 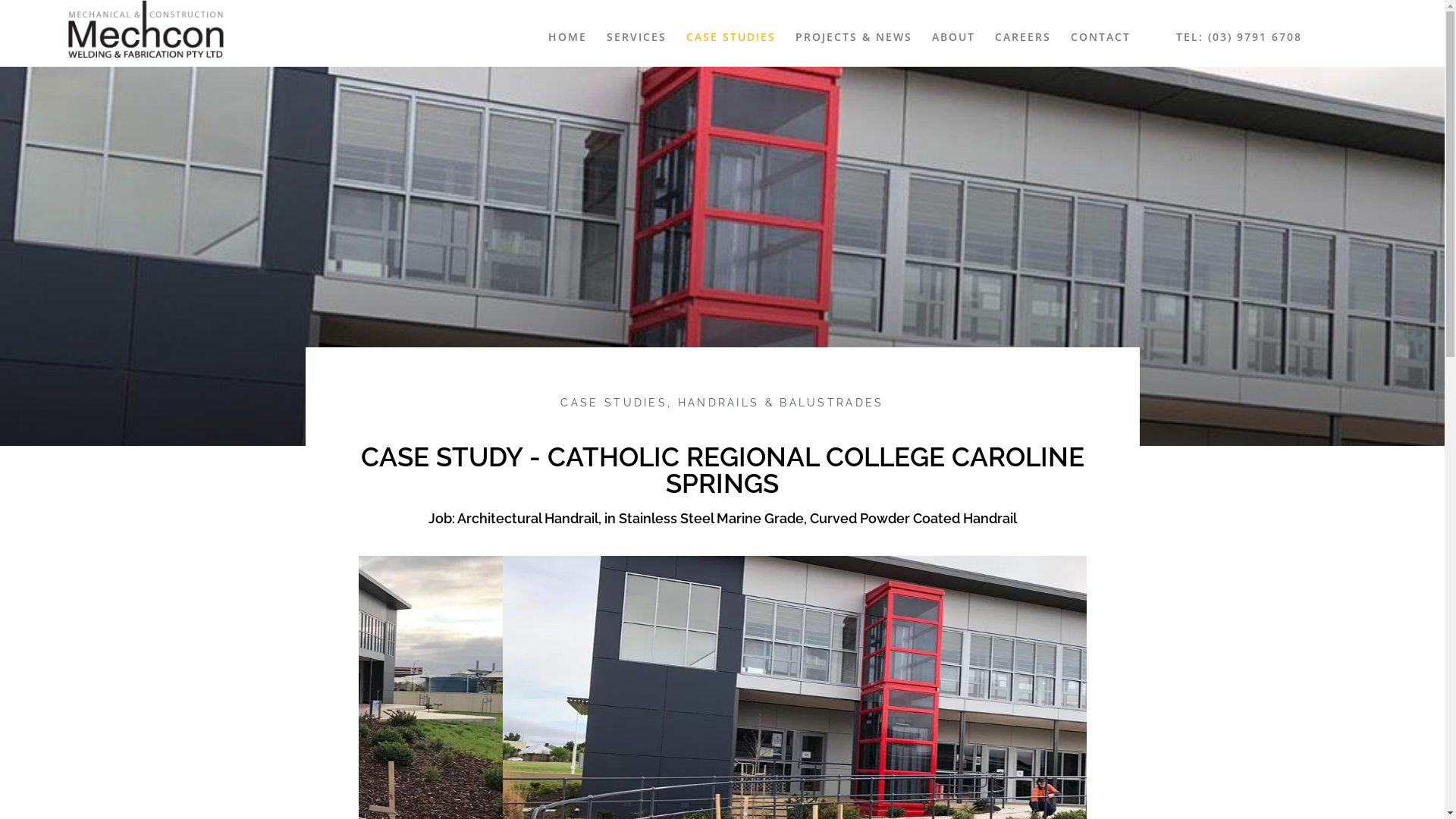 What do you see at coordinates (952, 36) in the screenshot?
I see `'ABOUT'` at bounding box center [952, 36].